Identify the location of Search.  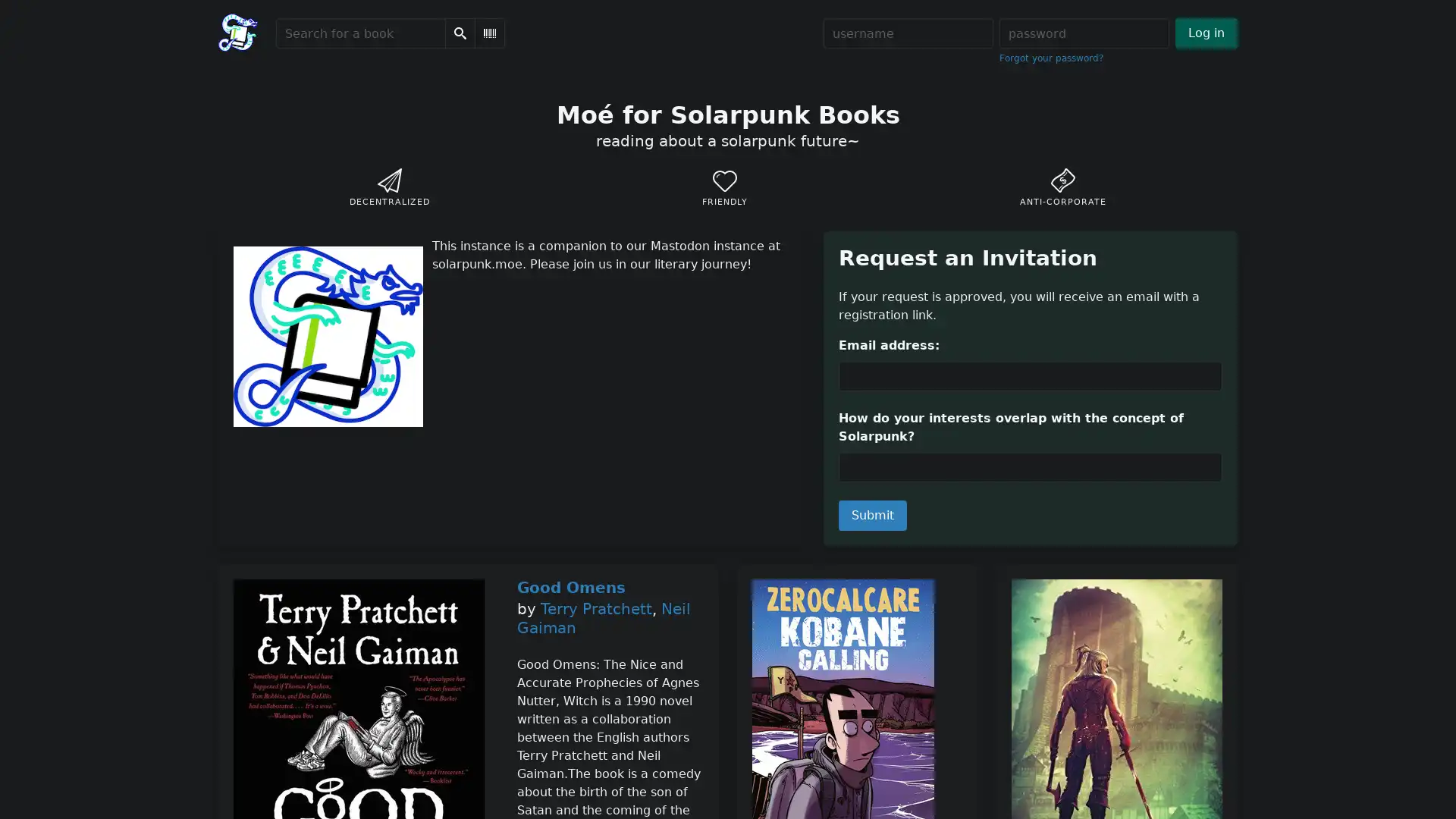
(459, 33).